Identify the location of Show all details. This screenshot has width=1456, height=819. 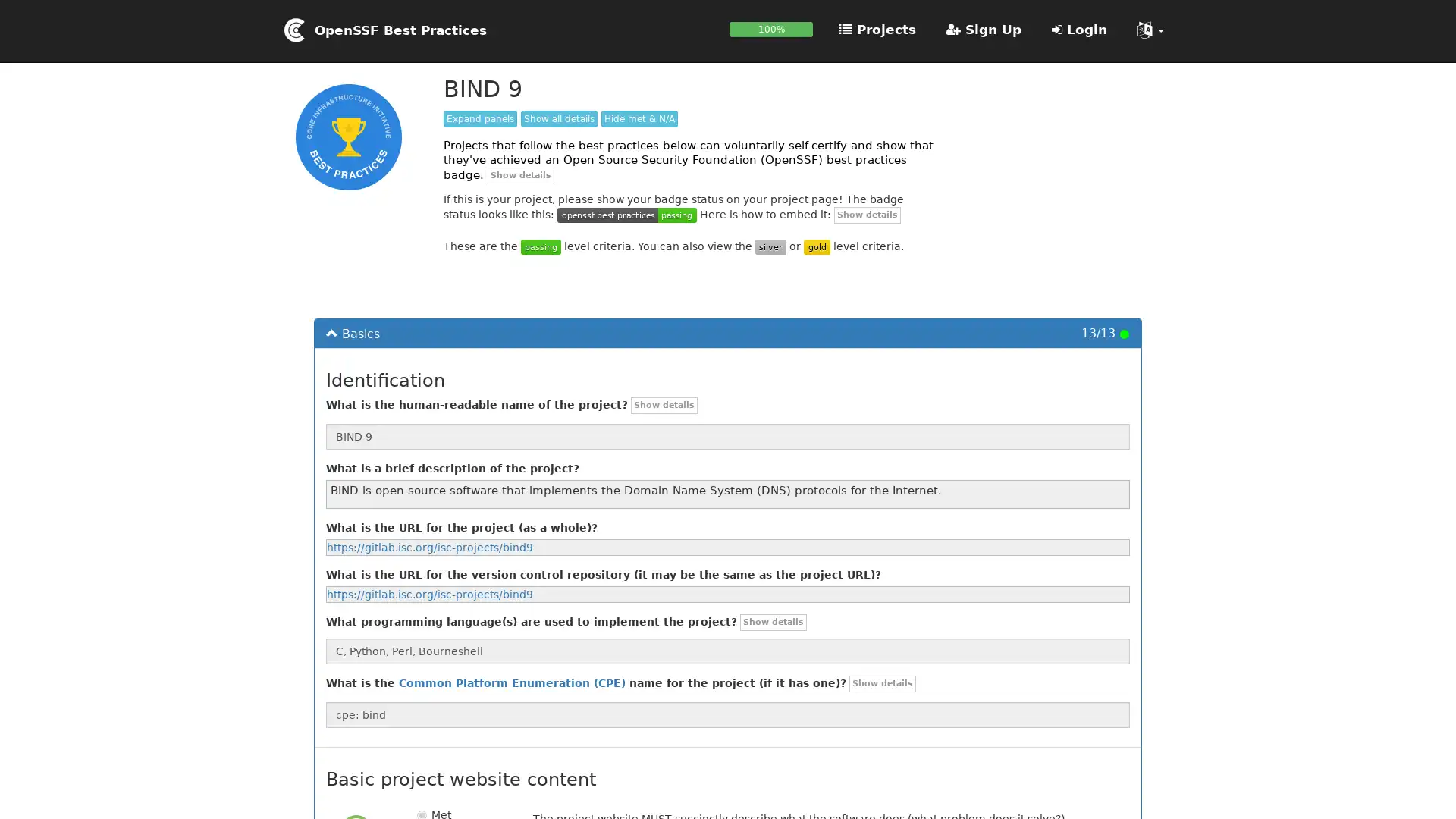
(558, 118).